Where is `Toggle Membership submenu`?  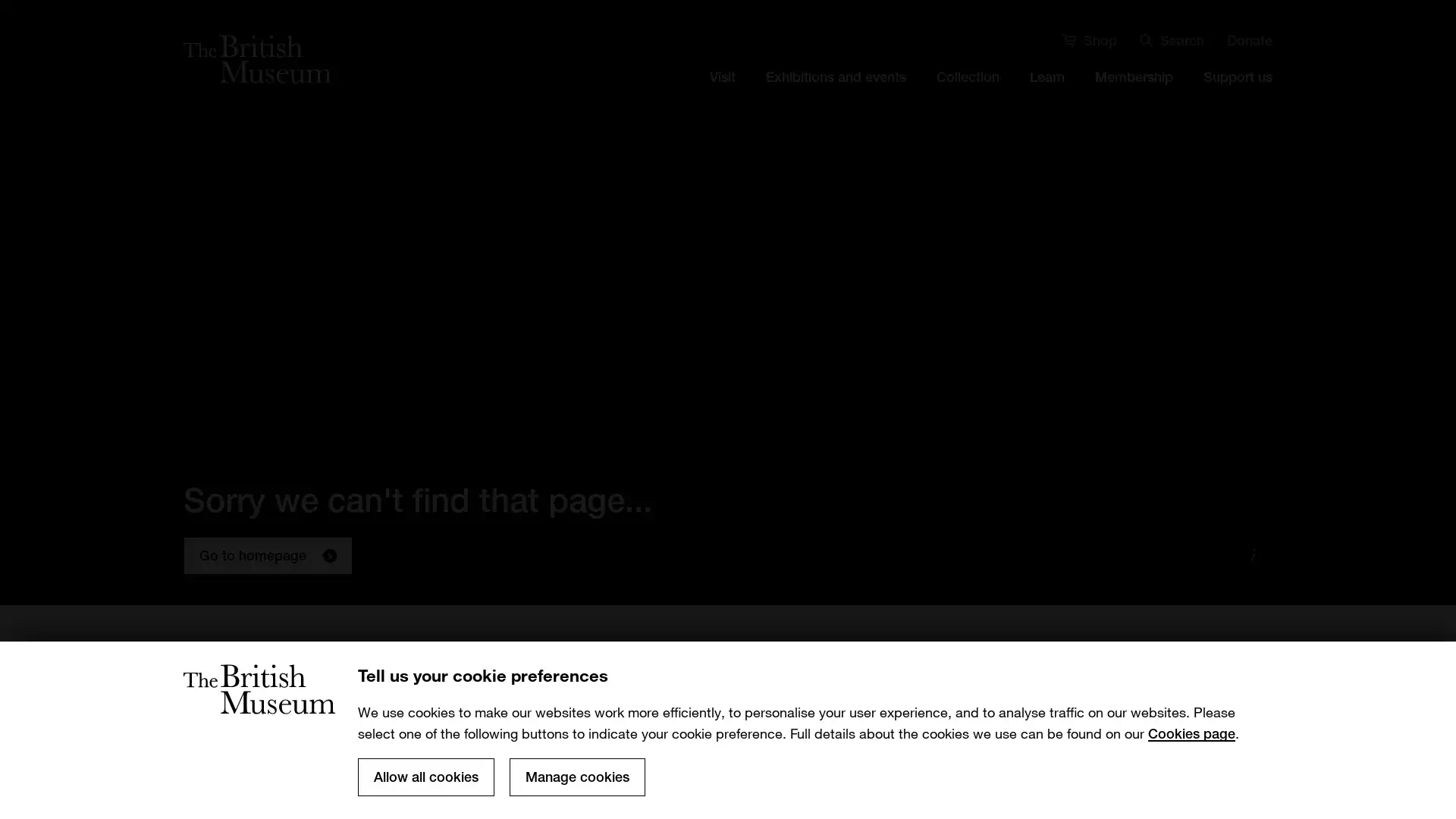 Toggle Membership submenu is located at coordinates (1133, 105).